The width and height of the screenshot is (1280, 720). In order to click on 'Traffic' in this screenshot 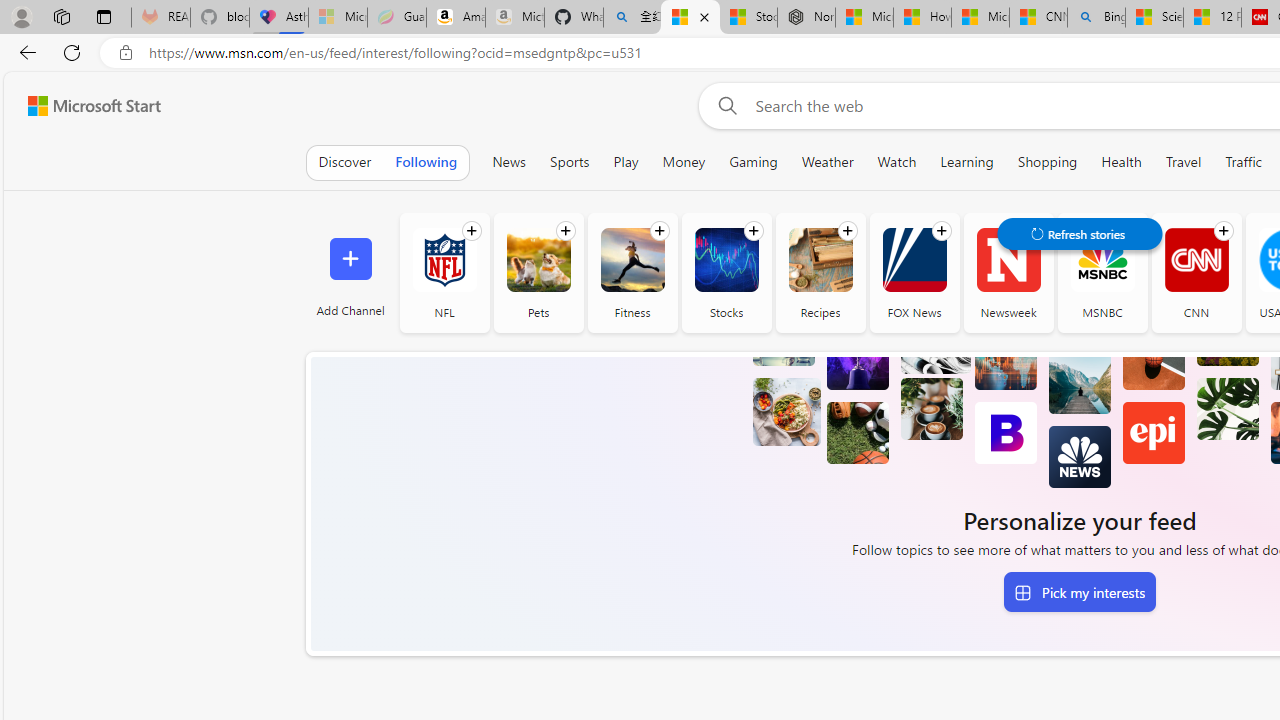, I will do `click(1243, 161)`.